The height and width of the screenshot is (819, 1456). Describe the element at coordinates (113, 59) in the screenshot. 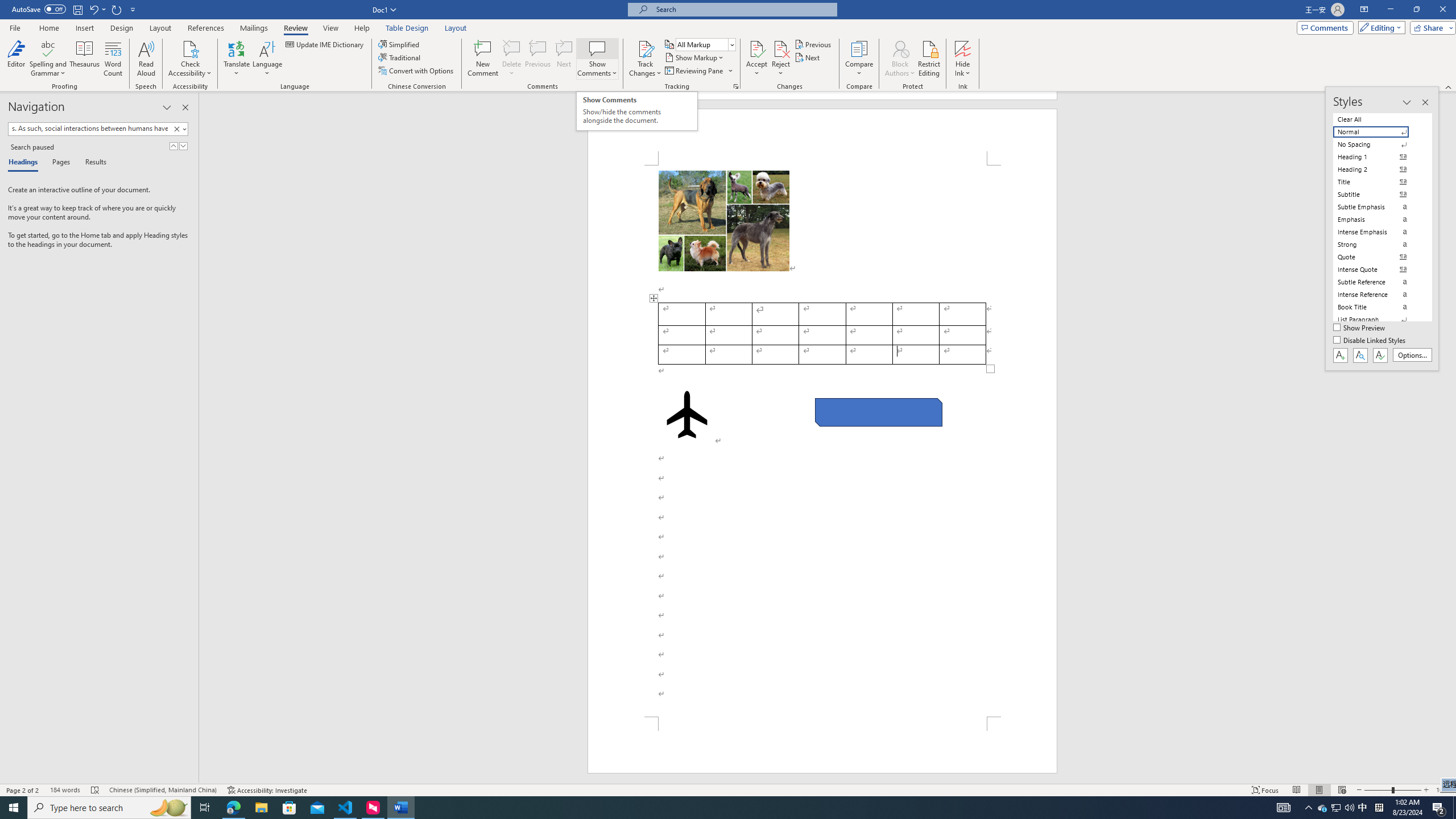

I see `'Word Count'` at that location.